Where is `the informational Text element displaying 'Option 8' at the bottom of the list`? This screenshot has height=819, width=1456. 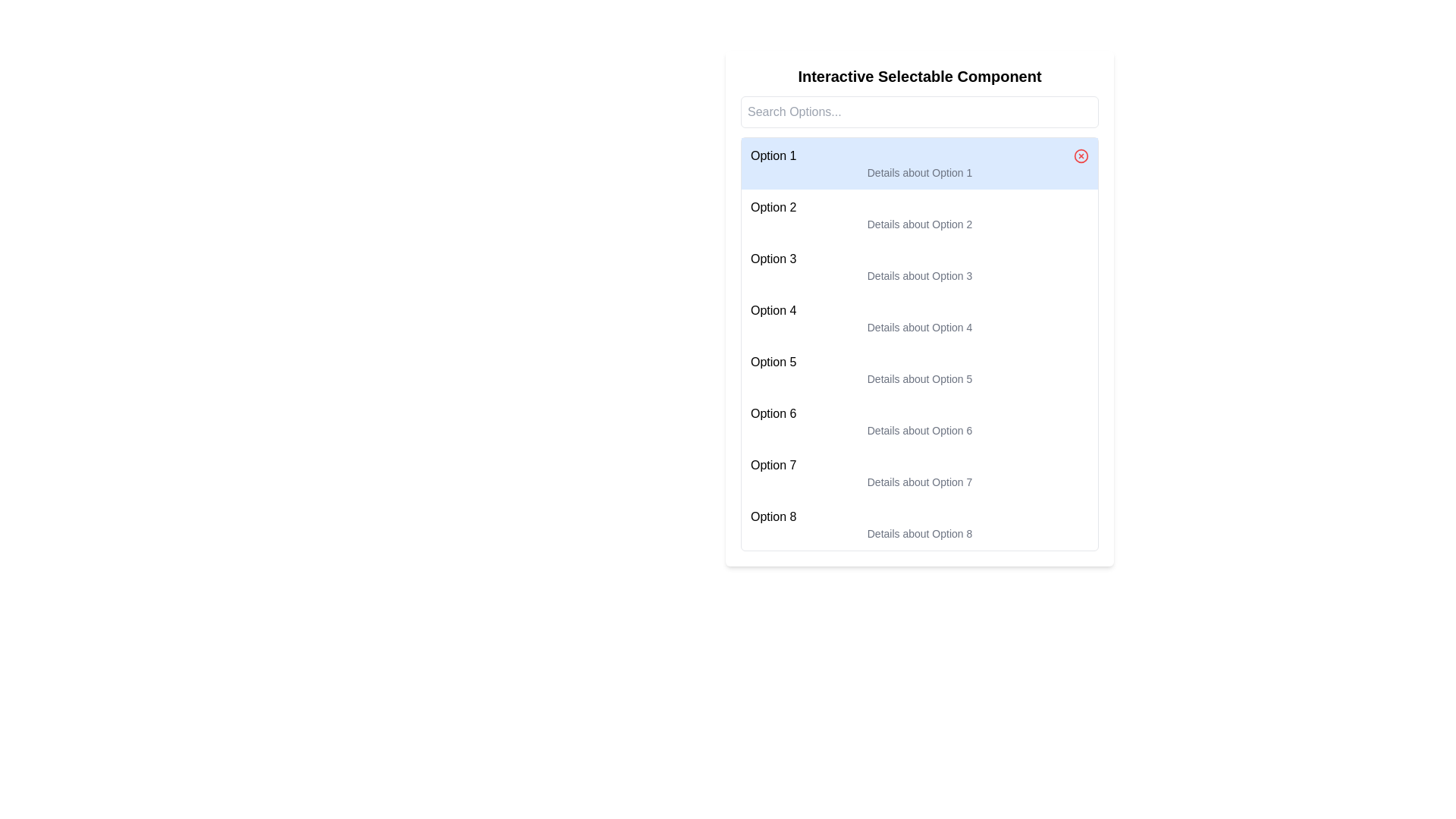
the informational Text element displaying 'Option 8' at the bottom of the list is located at coordinates (919, 523).